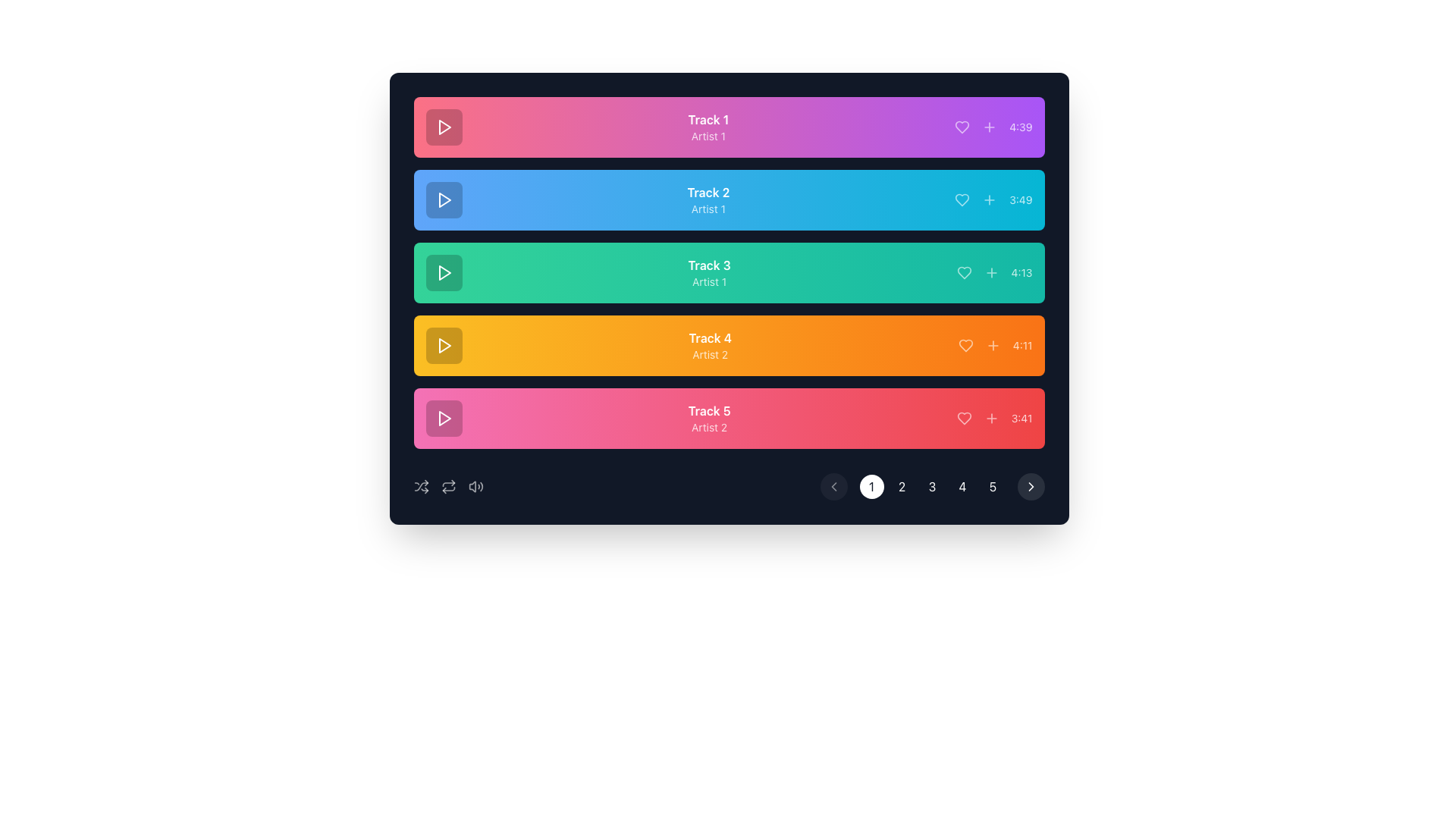 This screenshot has width=1456, height=819. I want to click on the circular play button located on the left side of the row for 'Track 1', which has a transparent black overlay and a pink gradient background, to play the track, so click(443, 127).